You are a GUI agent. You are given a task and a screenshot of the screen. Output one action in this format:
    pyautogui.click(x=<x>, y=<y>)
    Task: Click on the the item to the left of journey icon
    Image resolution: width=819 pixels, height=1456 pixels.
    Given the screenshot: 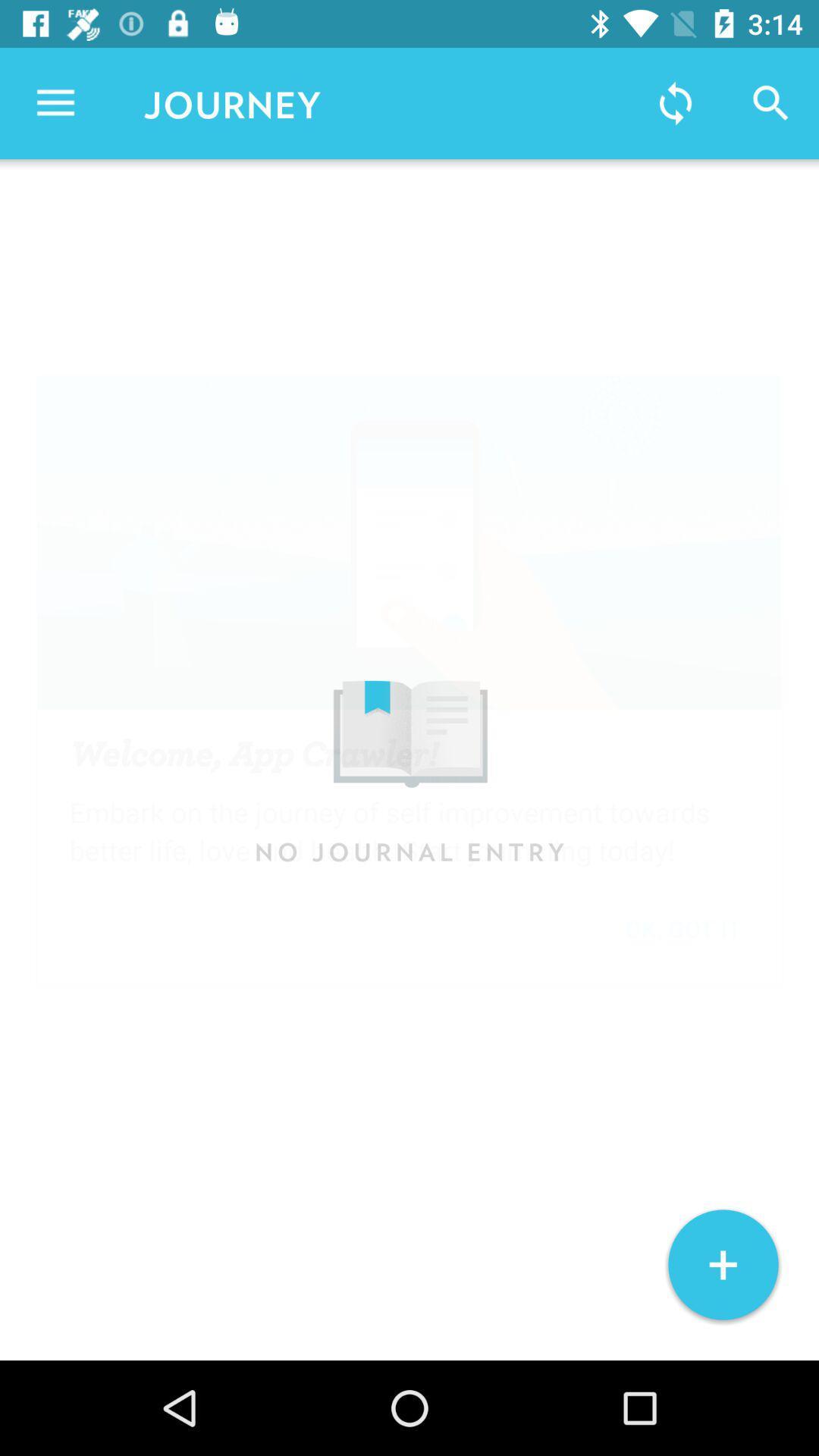 What is the action you would take?
    pyautogui.click(x=55, y=102)
    